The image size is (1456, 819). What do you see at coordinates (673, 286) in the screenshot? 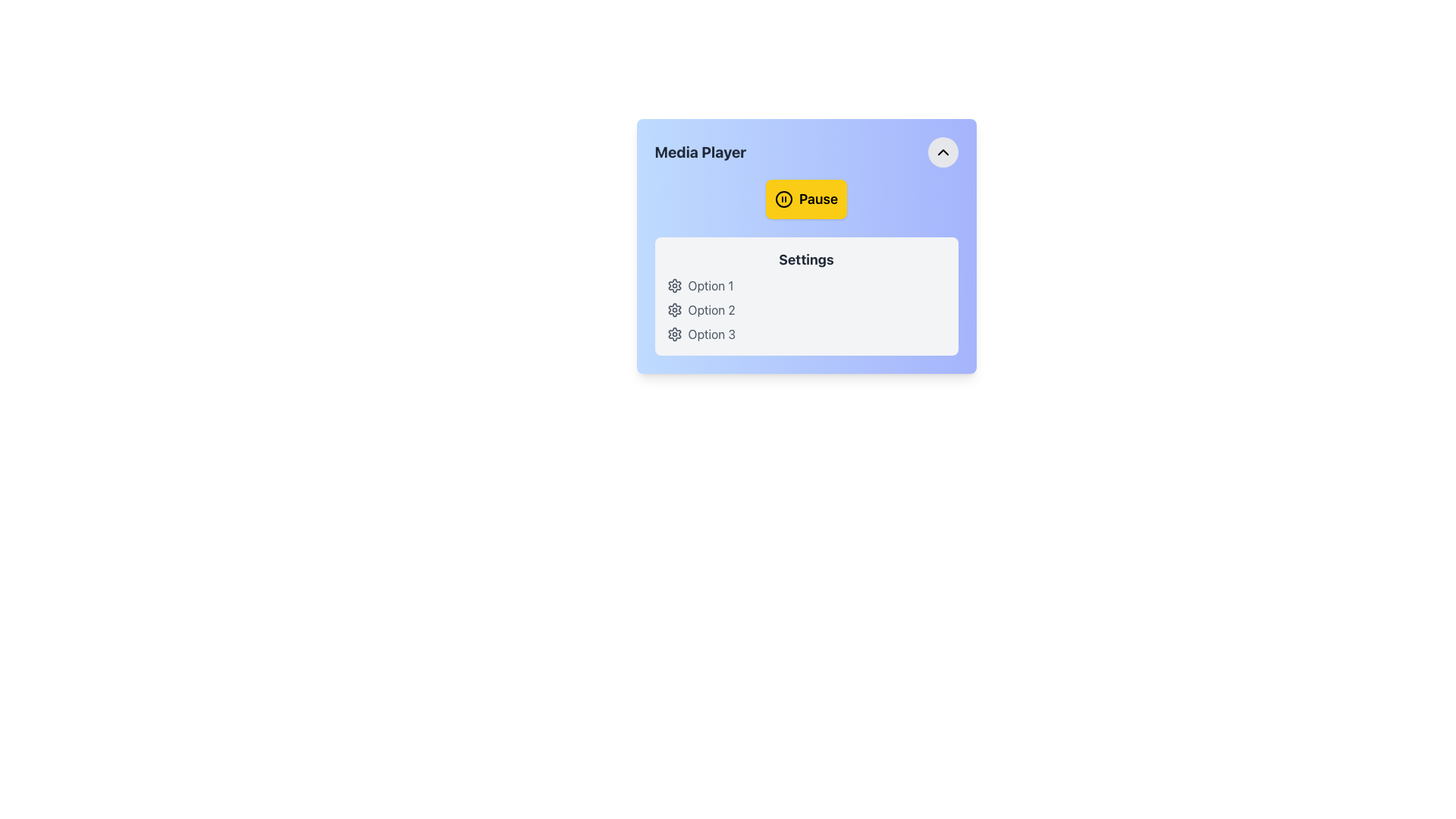
I see `the settings icon located in the top-left corner of the settings list adjacent to 'Option 1'` at bounding box center [673, 286].